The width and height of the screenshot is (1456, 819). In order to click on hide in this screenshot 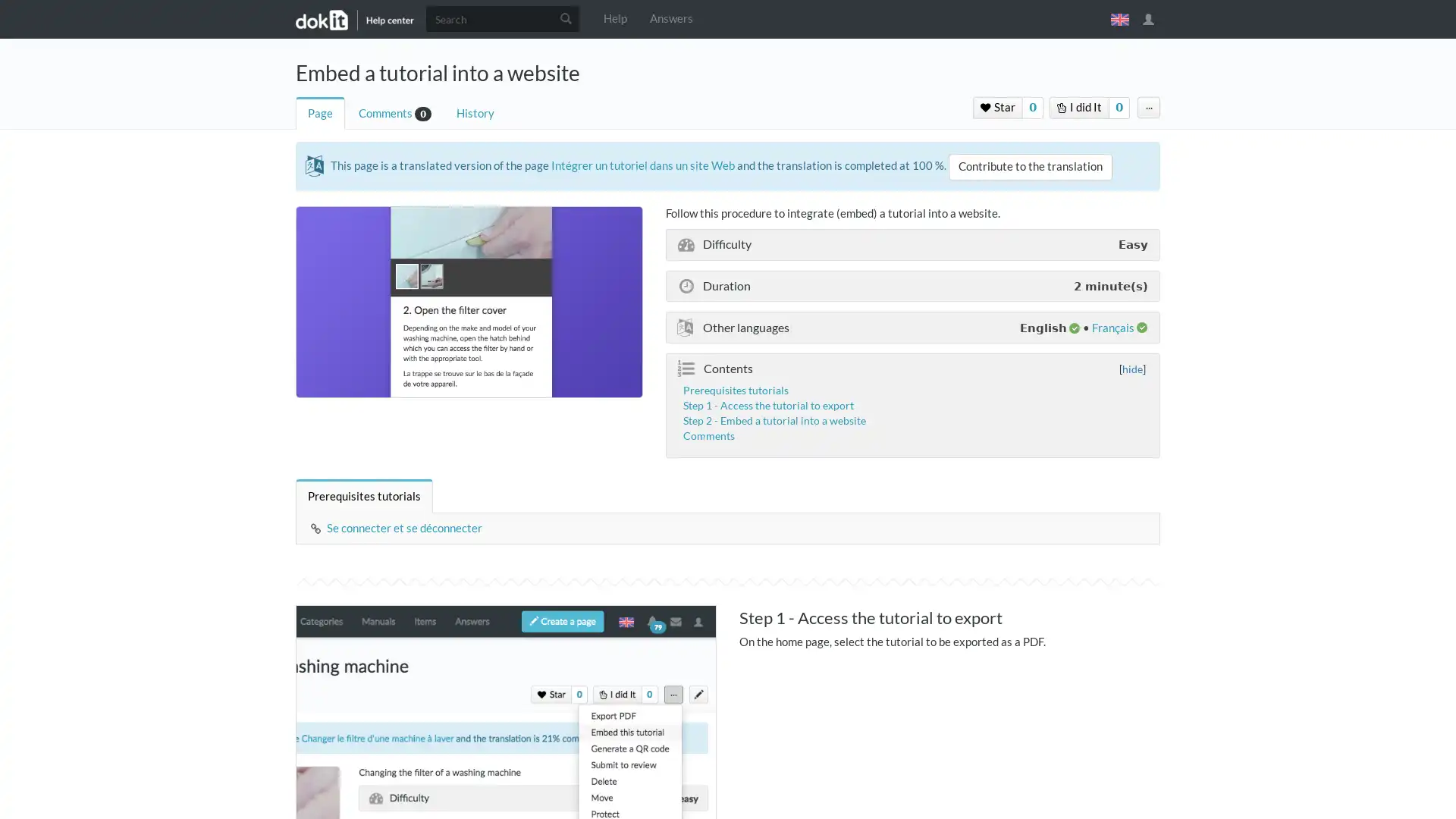, I will do `click(1132, 369)`.